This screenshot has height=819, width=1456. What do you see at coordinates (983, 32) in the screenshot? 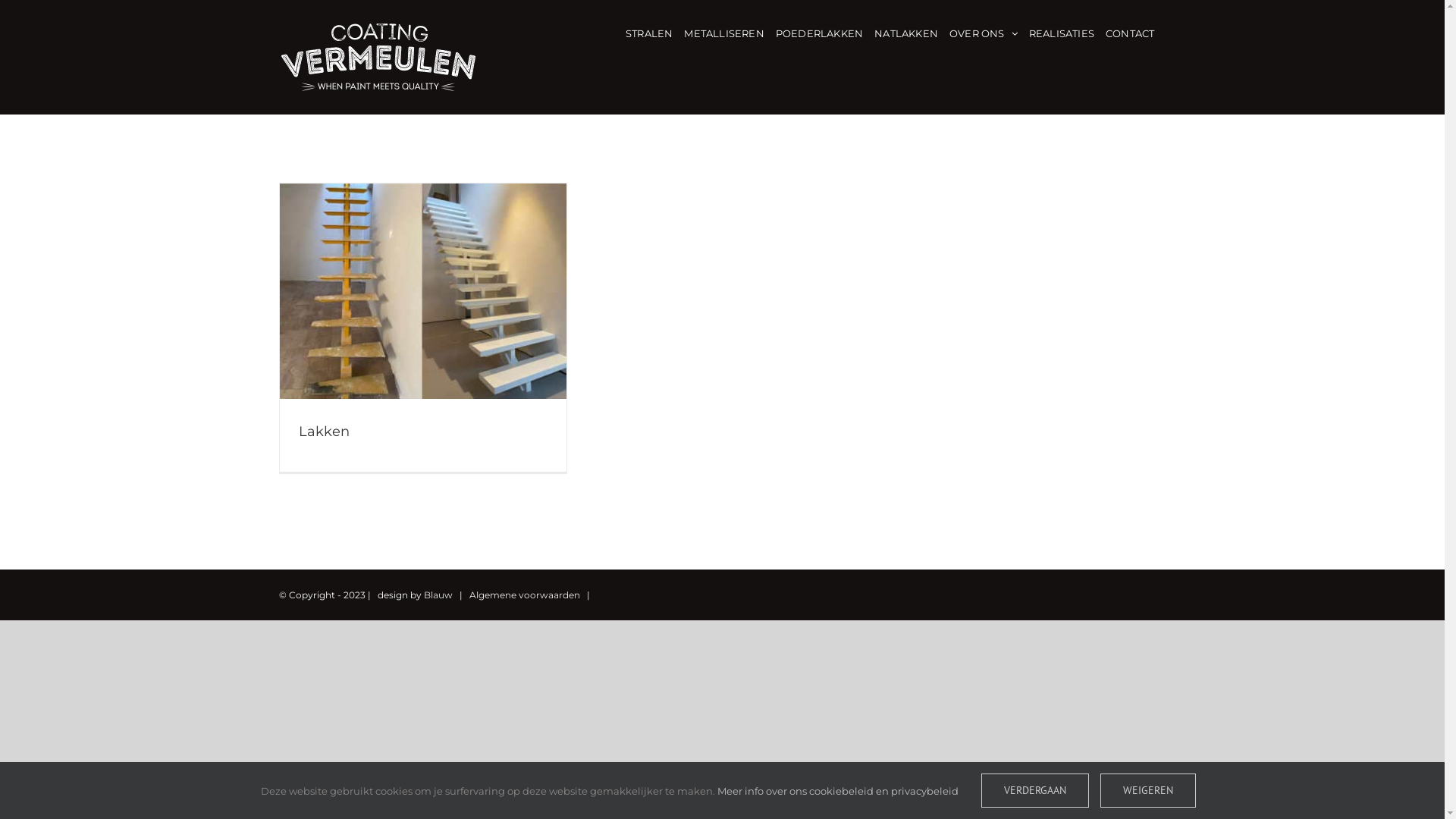
I see `'OVER ONS'` at bounding box center [983, 32].